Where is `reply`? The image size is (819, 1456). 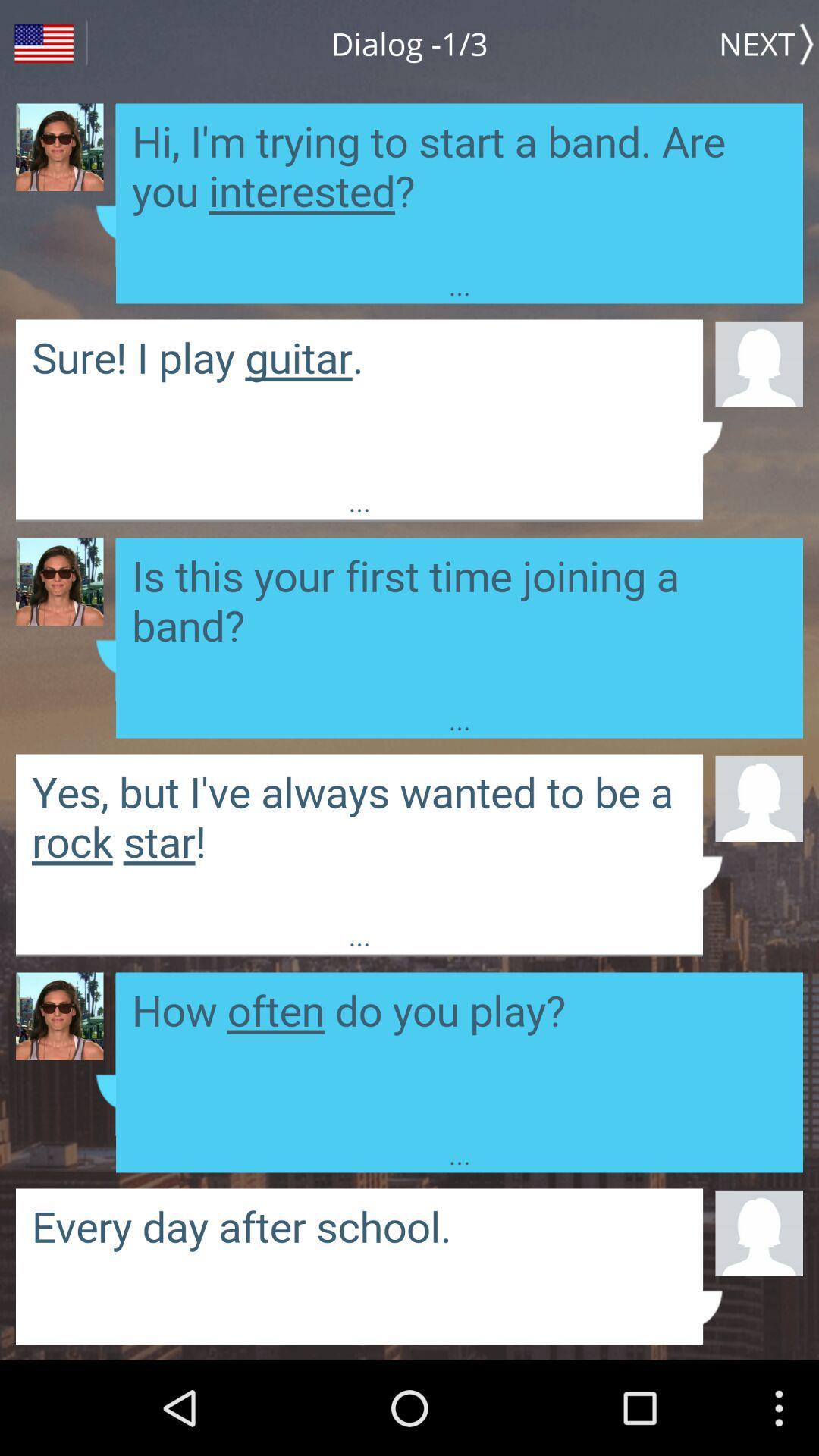
reply is located at coordinates (359, 401).